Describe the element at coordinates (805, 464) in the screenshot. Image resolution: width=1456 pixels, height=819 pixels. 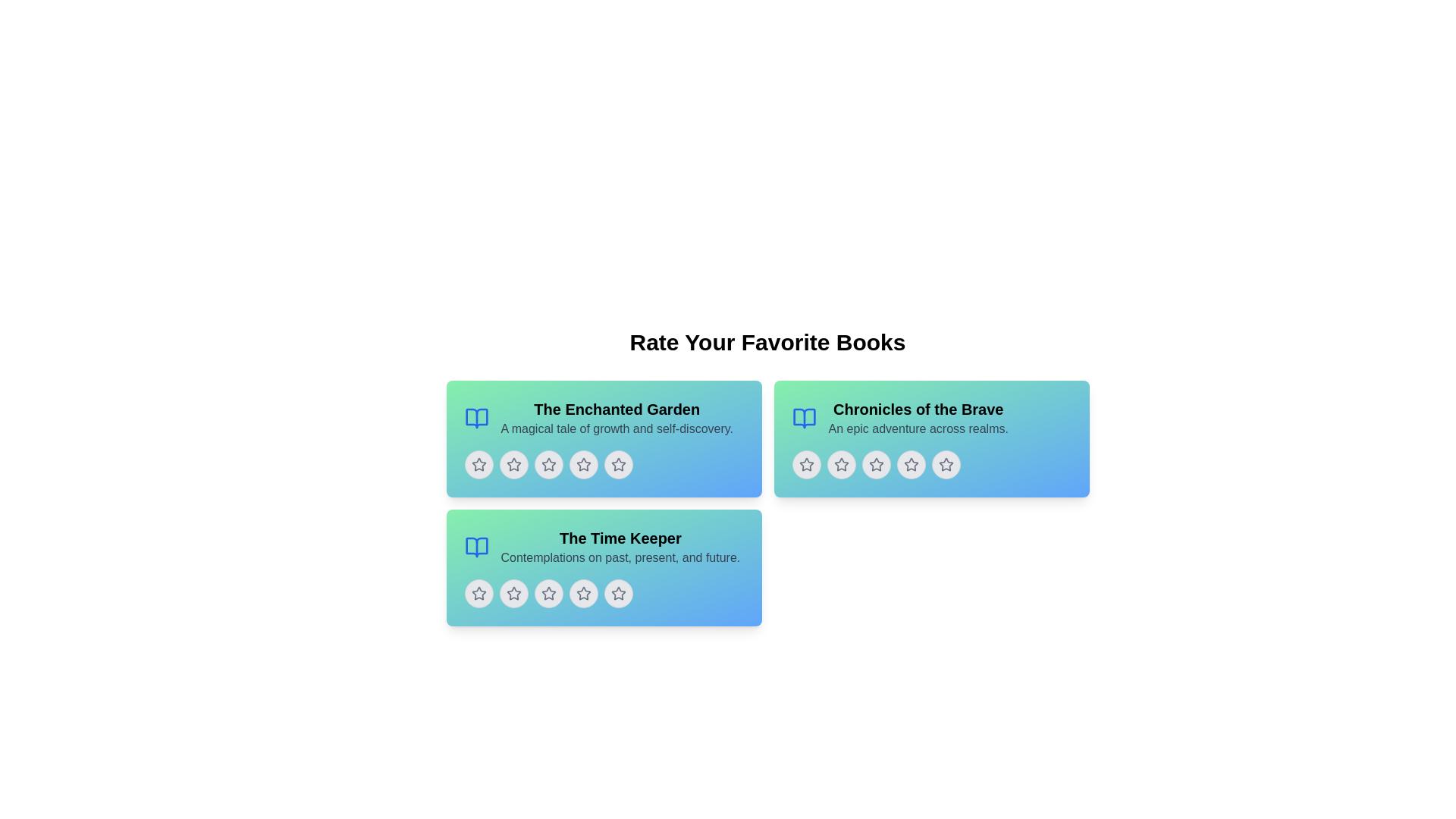
I see `the circular button with a star icon in the center, styled with a light gray background, to rate the item in the 'Chronicles of the Brave' card` at that location.